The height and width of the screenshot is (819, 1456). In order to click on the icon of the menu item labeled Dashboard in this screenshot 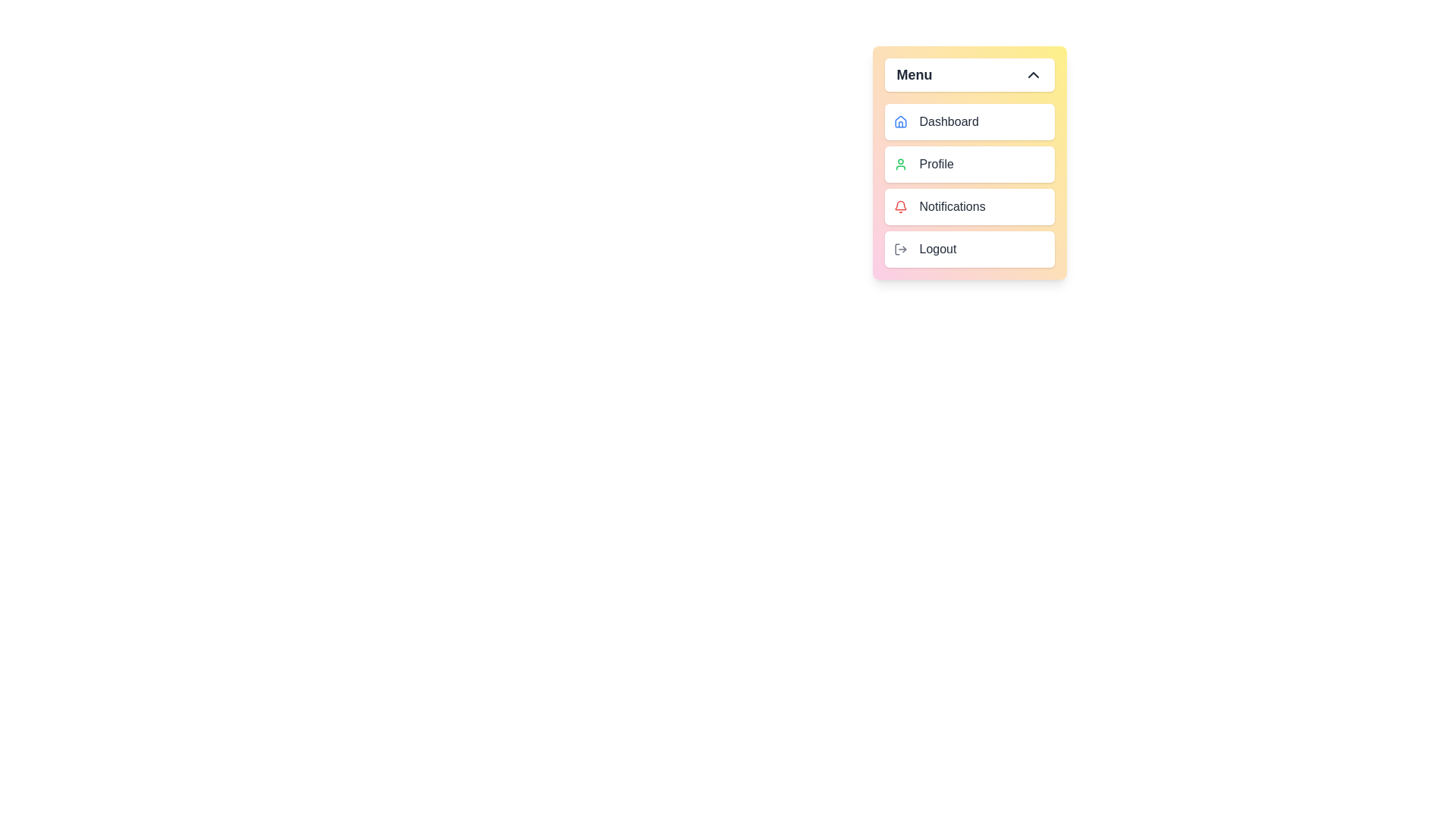, I will do `click(900, 121)`.